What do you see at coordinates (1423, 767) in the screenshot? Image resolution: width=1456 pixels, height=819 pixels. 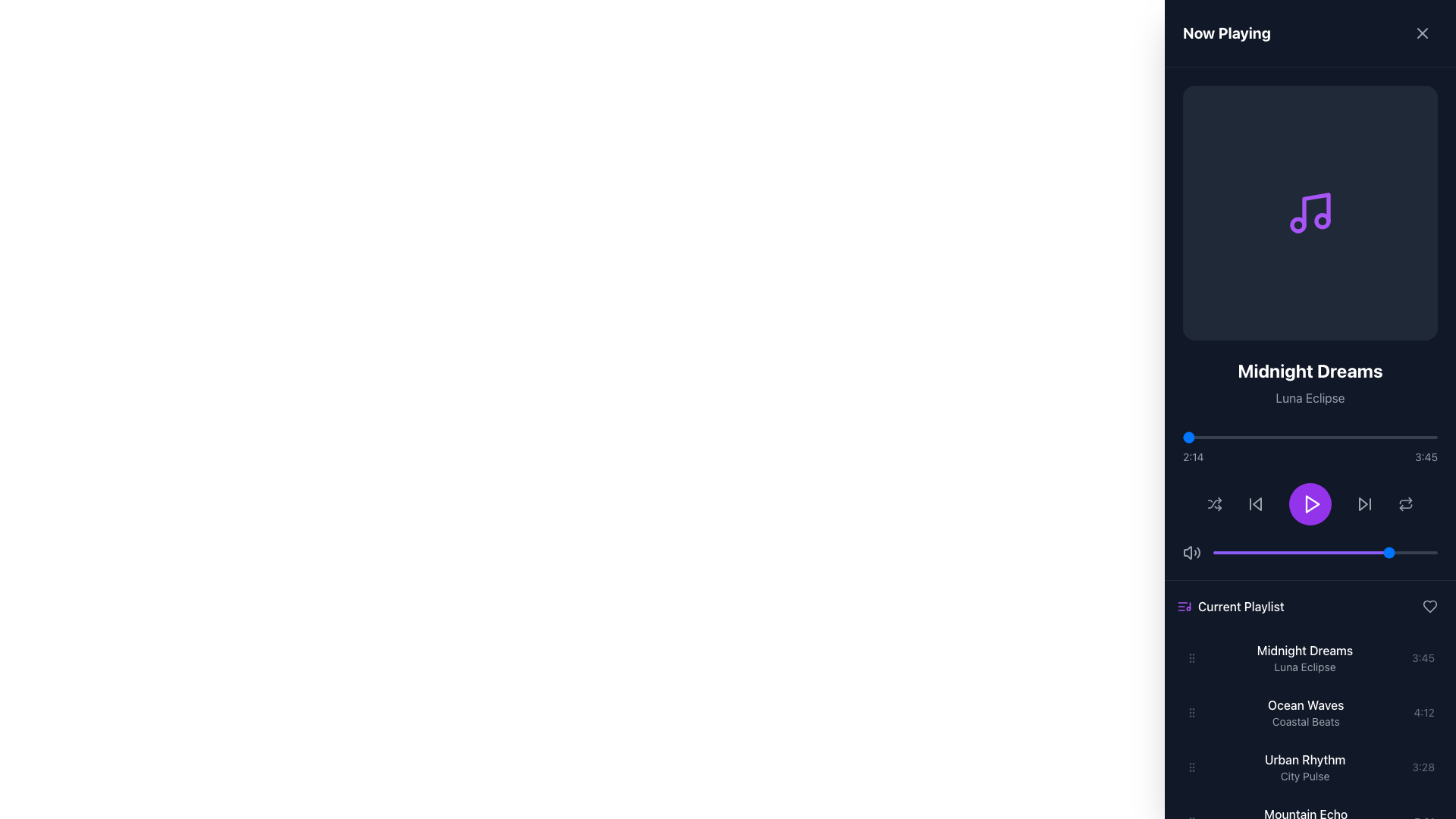 I see `the text label displaying the duration of the song 'Urban Rhythm' in the playlist, which is located at the rightmost end of the playlist cell` at bounding box center [1423, 767].